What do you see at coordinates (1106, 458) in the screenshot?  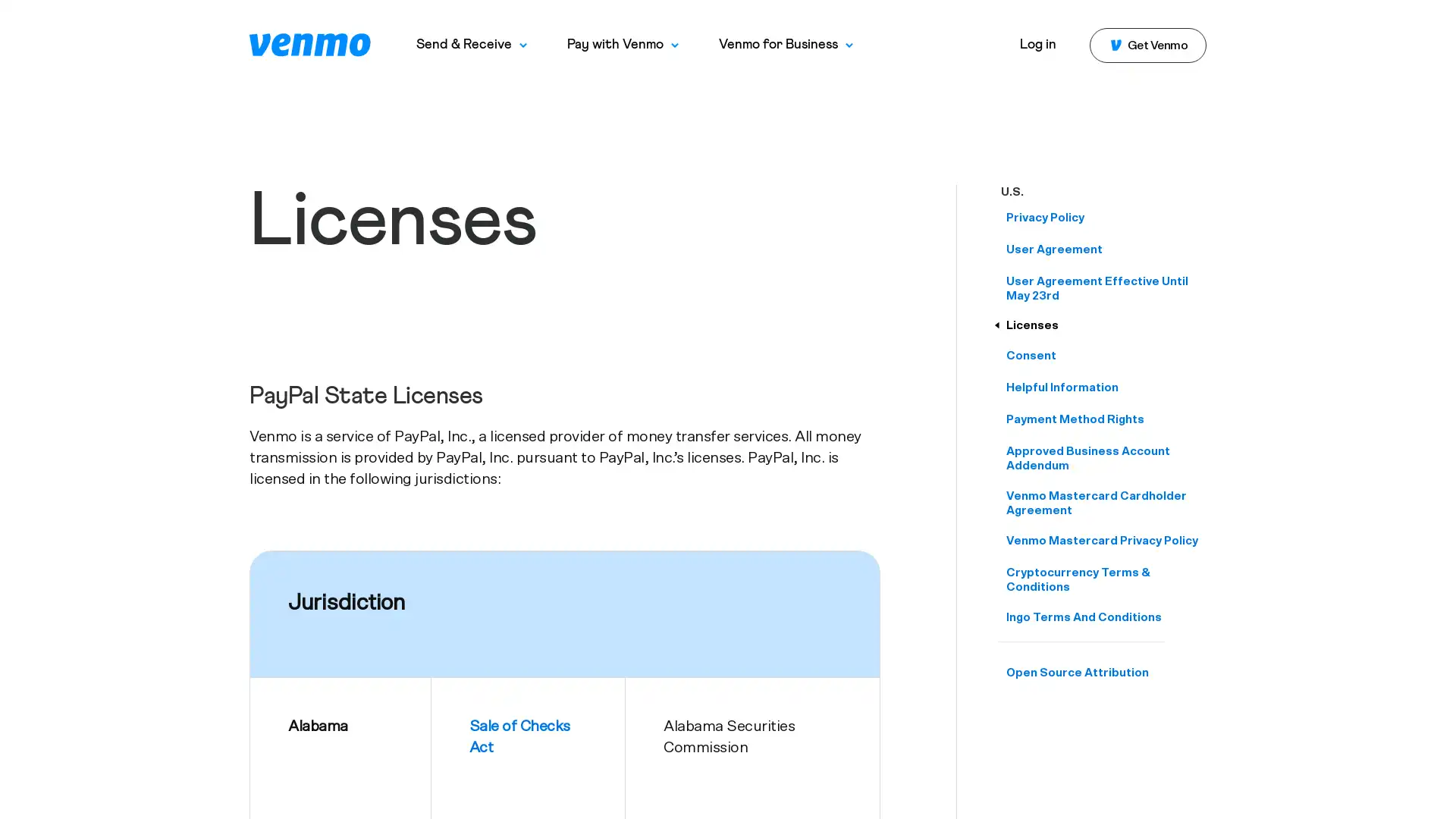 I see `Terms tab name - Approved Business Account Addendum` at bounding box center [1106, 458].